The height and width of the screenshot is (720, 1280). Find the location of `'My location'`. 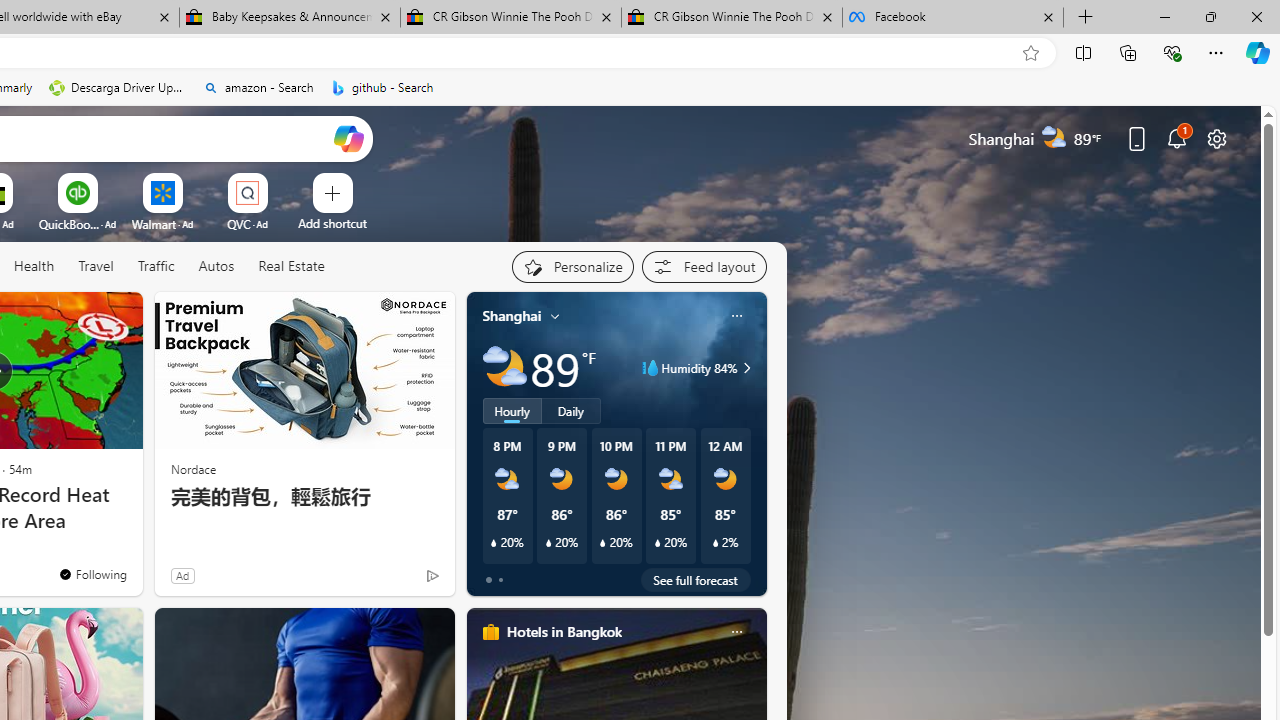

'My location' is located at coordinates (555, 315).